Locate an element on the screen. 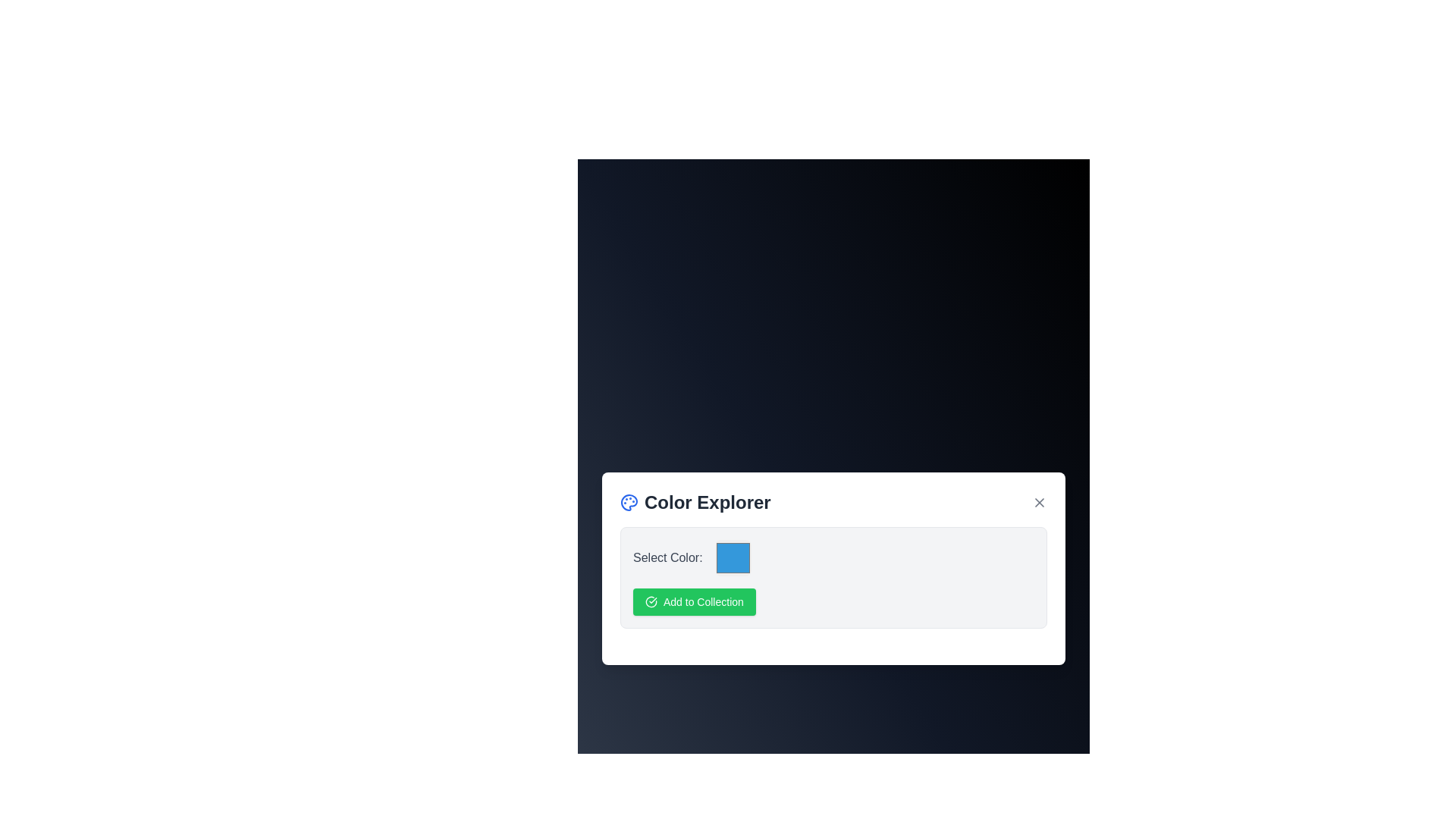  the close button in the top-right corner of the 'Color Explorer' section to change its color is located at coordinates (1039, 503).